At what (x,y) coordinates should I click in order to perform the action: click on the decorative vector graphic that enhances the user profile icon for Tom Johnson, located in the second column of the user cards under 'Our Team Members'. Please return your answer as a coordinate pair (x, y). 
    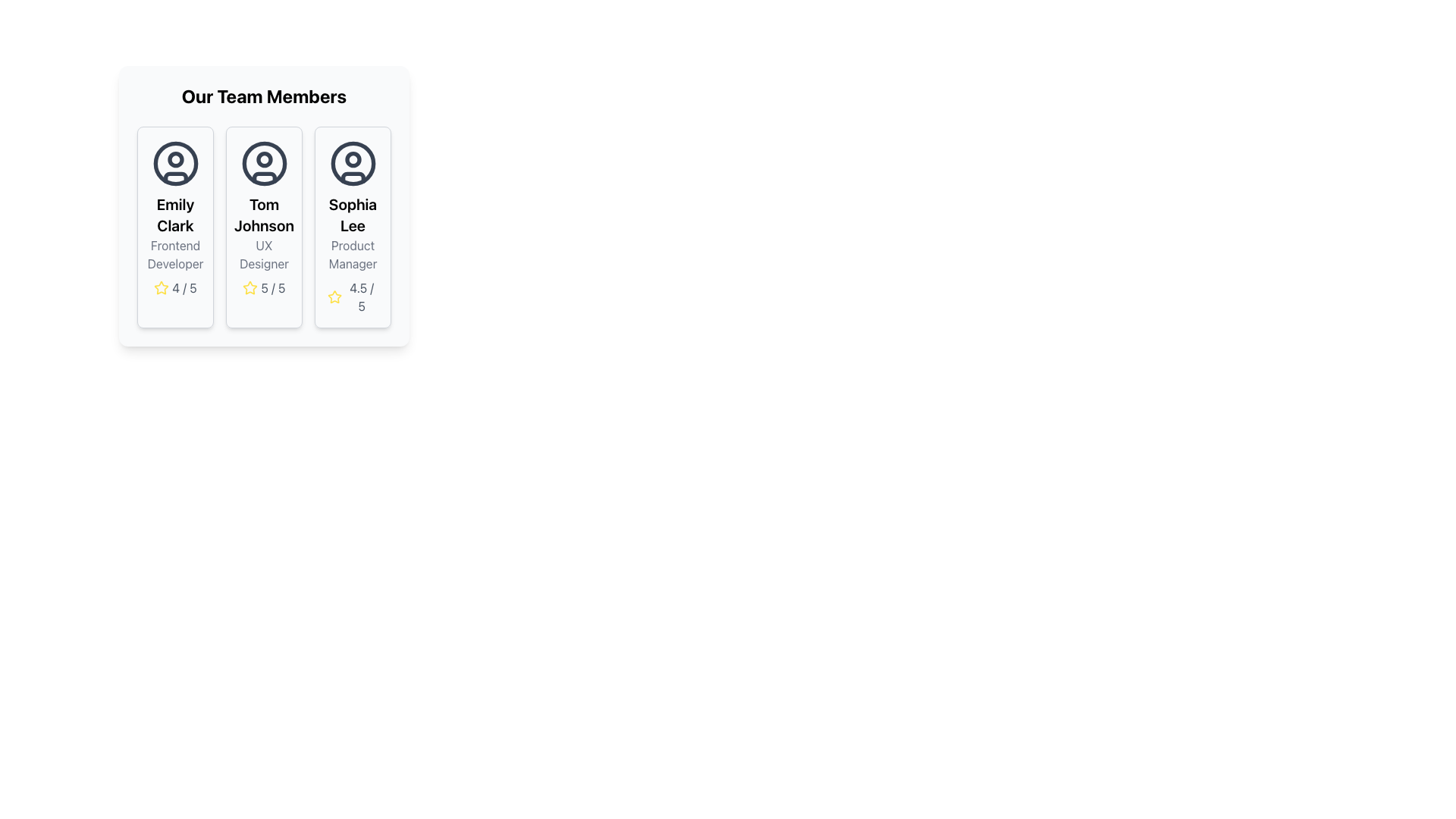
    Looking at the image, I should click on (264, 177).